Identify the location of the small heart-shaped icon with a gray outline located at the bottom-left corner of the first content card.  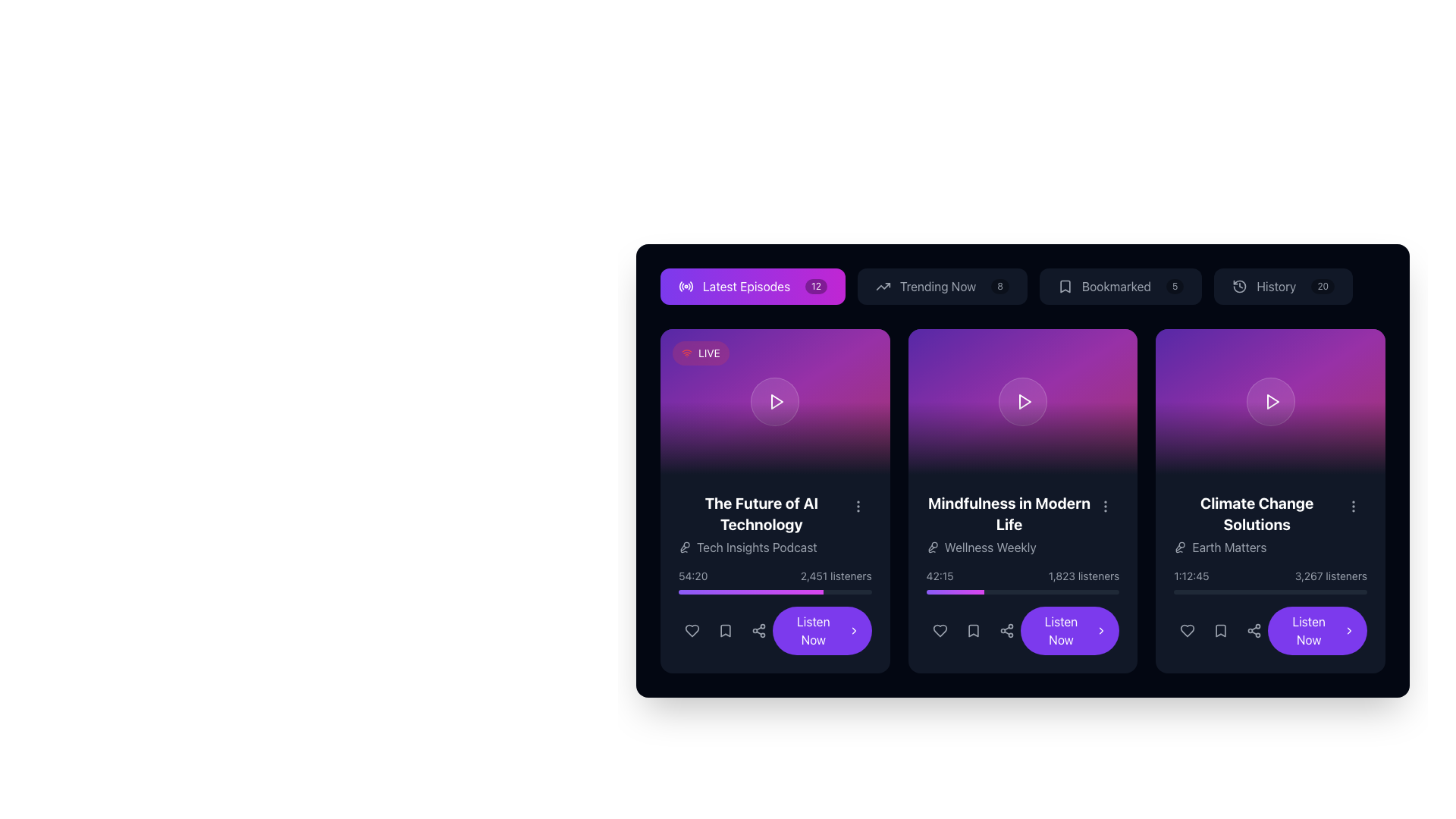
(691, 631).